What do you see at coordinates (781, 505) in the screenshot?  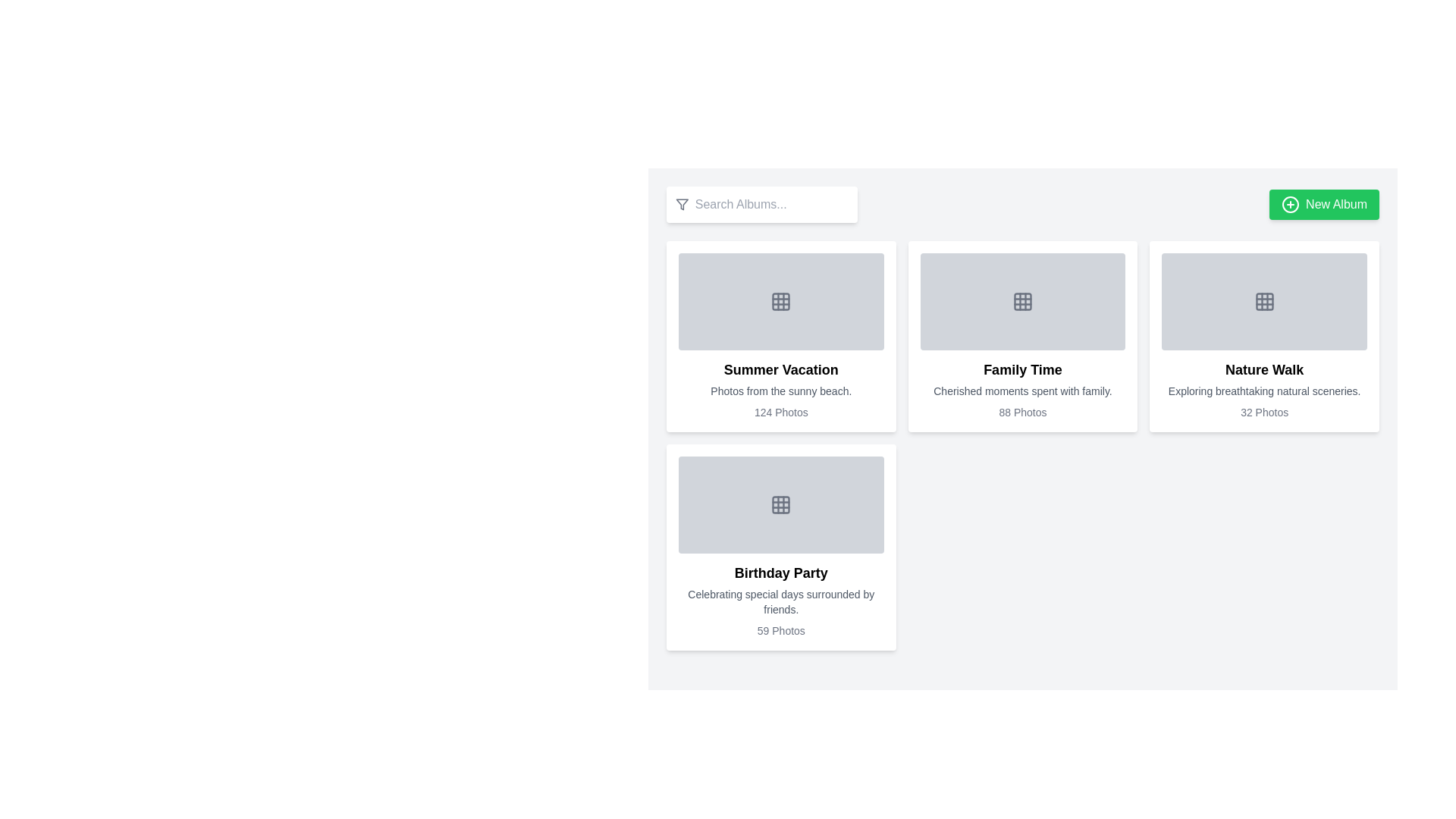 I see `the icon representing the grid or album view located within the 'Birthday Party' card in the bottom-left corner of the 2x2 grid layout` at bounding box center [781, 505].